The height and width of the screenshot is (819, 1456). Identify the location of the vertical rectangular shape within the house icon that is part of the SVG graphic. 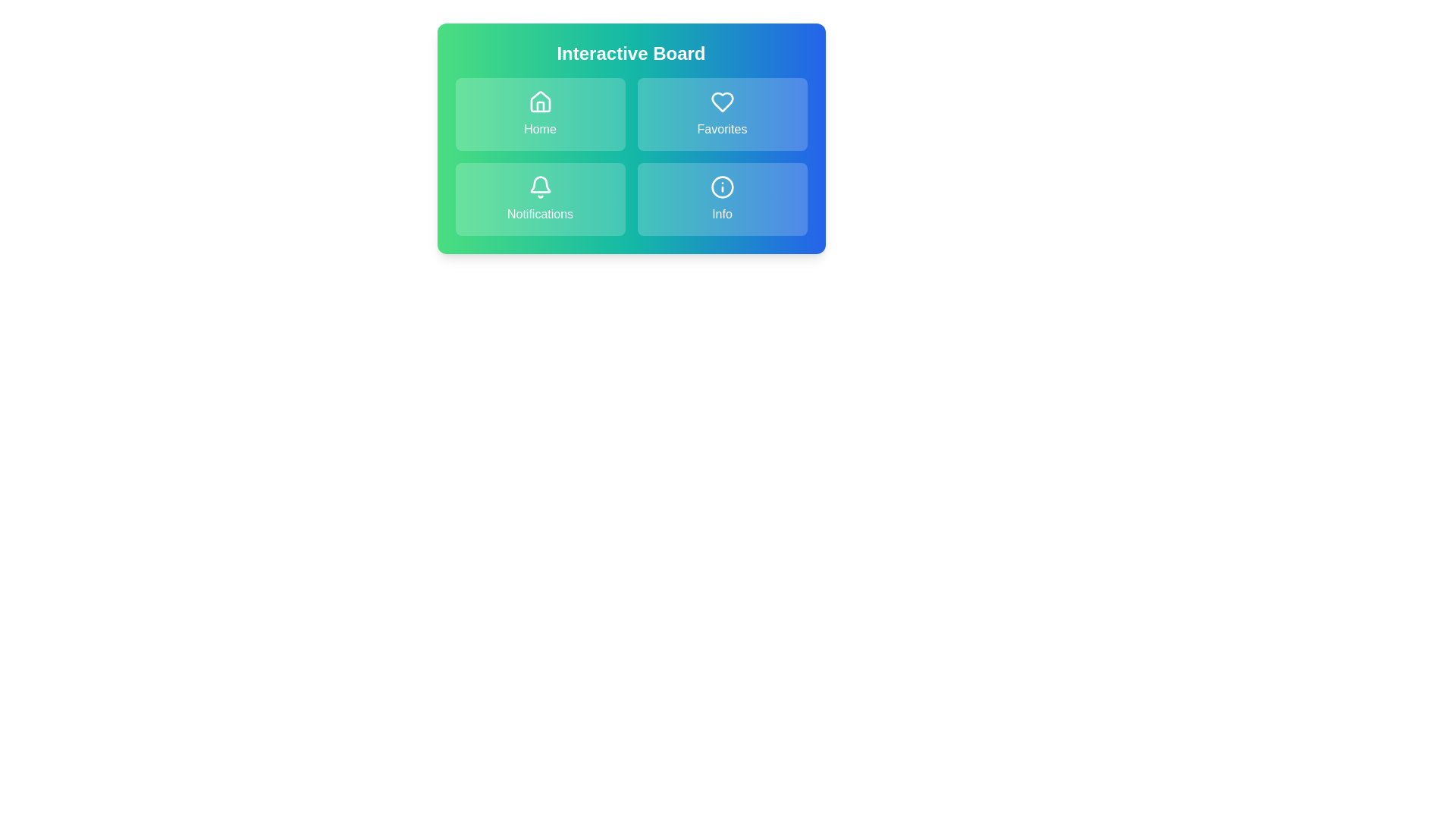
(540, 106).